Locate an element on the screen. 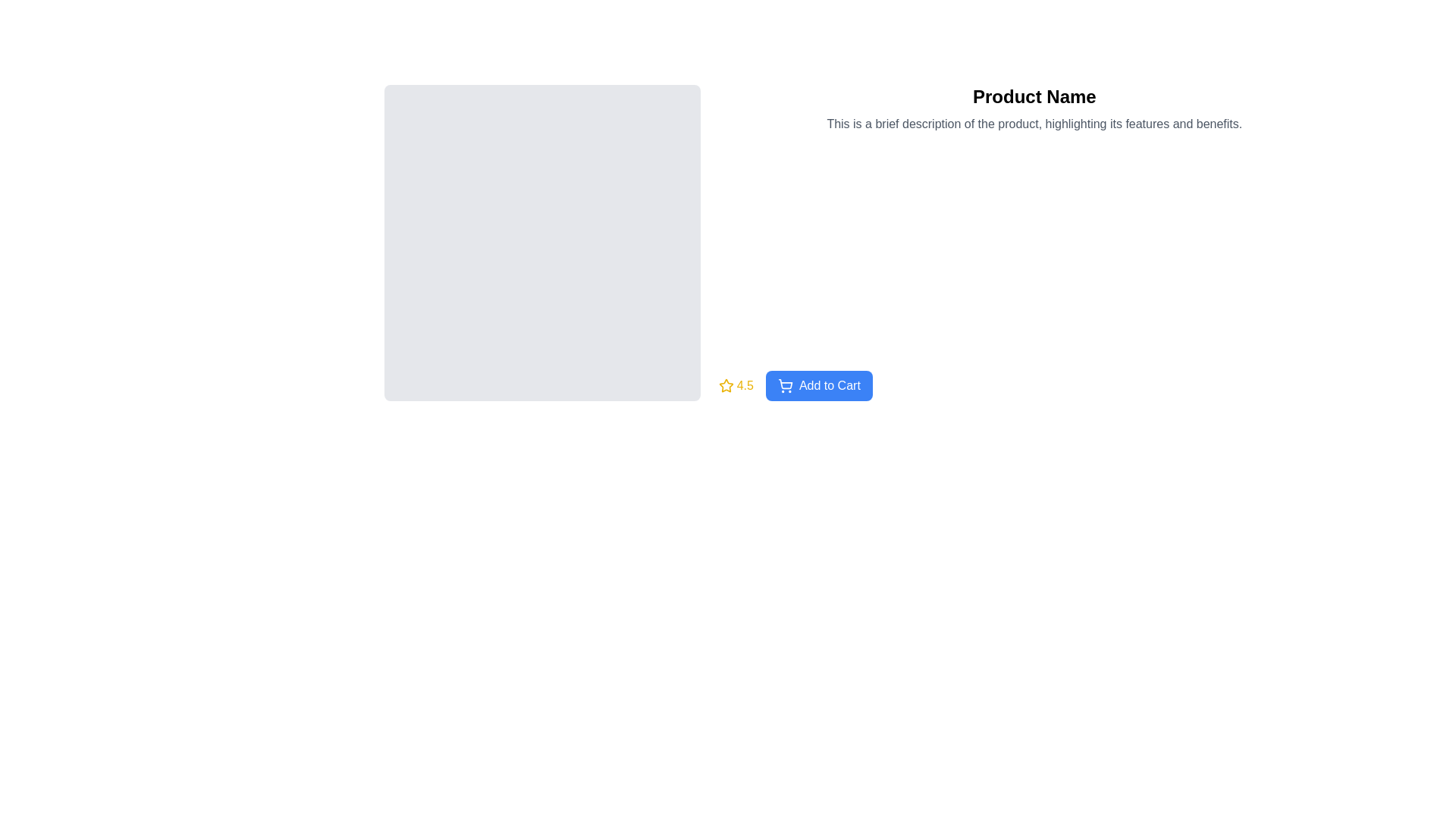 The height and width of the screenshot is (819, 1456). the shopping cart icon, which is a stylized drawing with a rectangular body and two circular wheels, located to the left of the 'Add to Cart' blue button is located at coordinates (786, 383).